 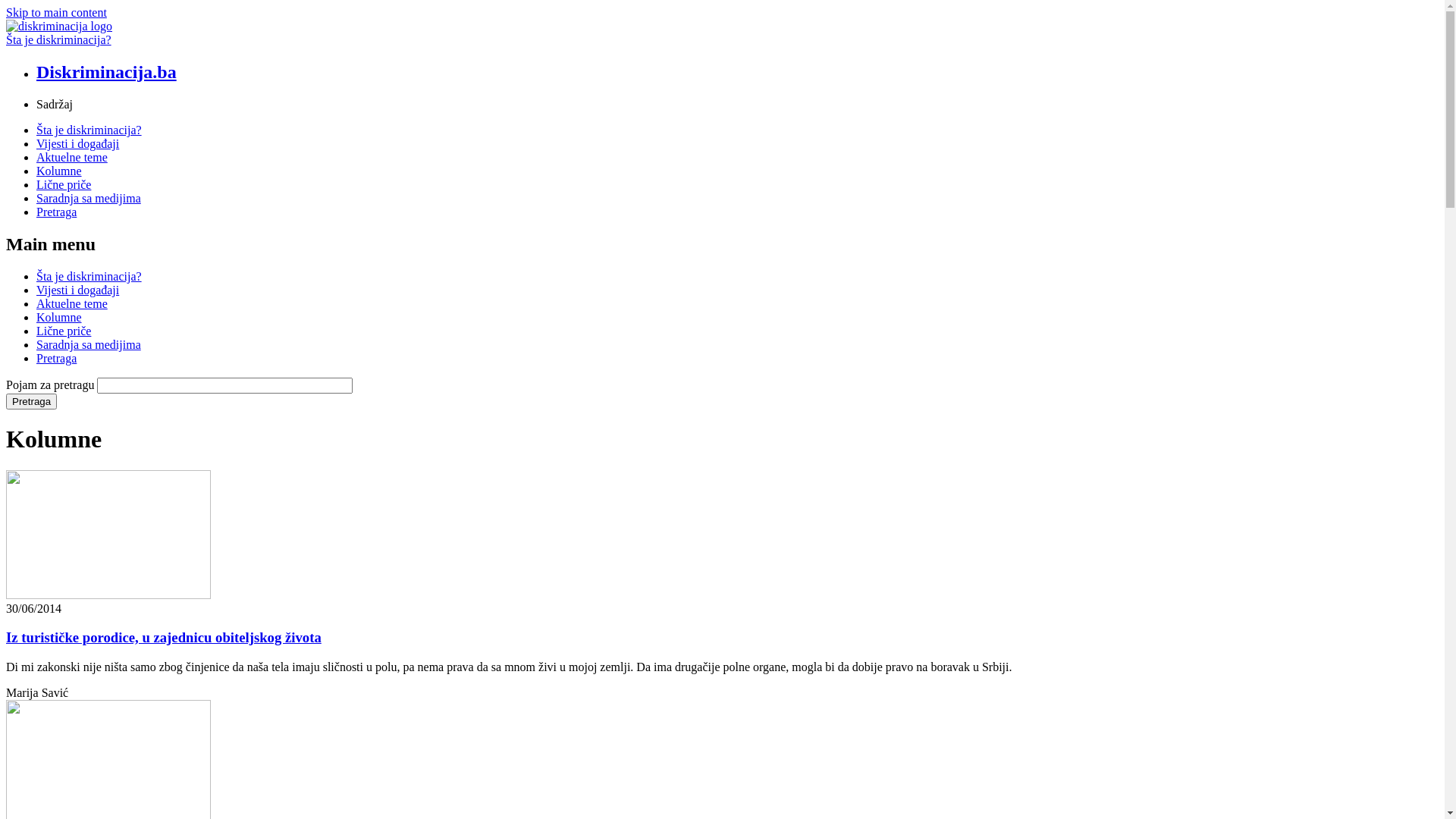 What do you see at coordinates (71, 303) in the screenshot?
I see `'Aktuelne teme'` at bounding box center [71, 303].